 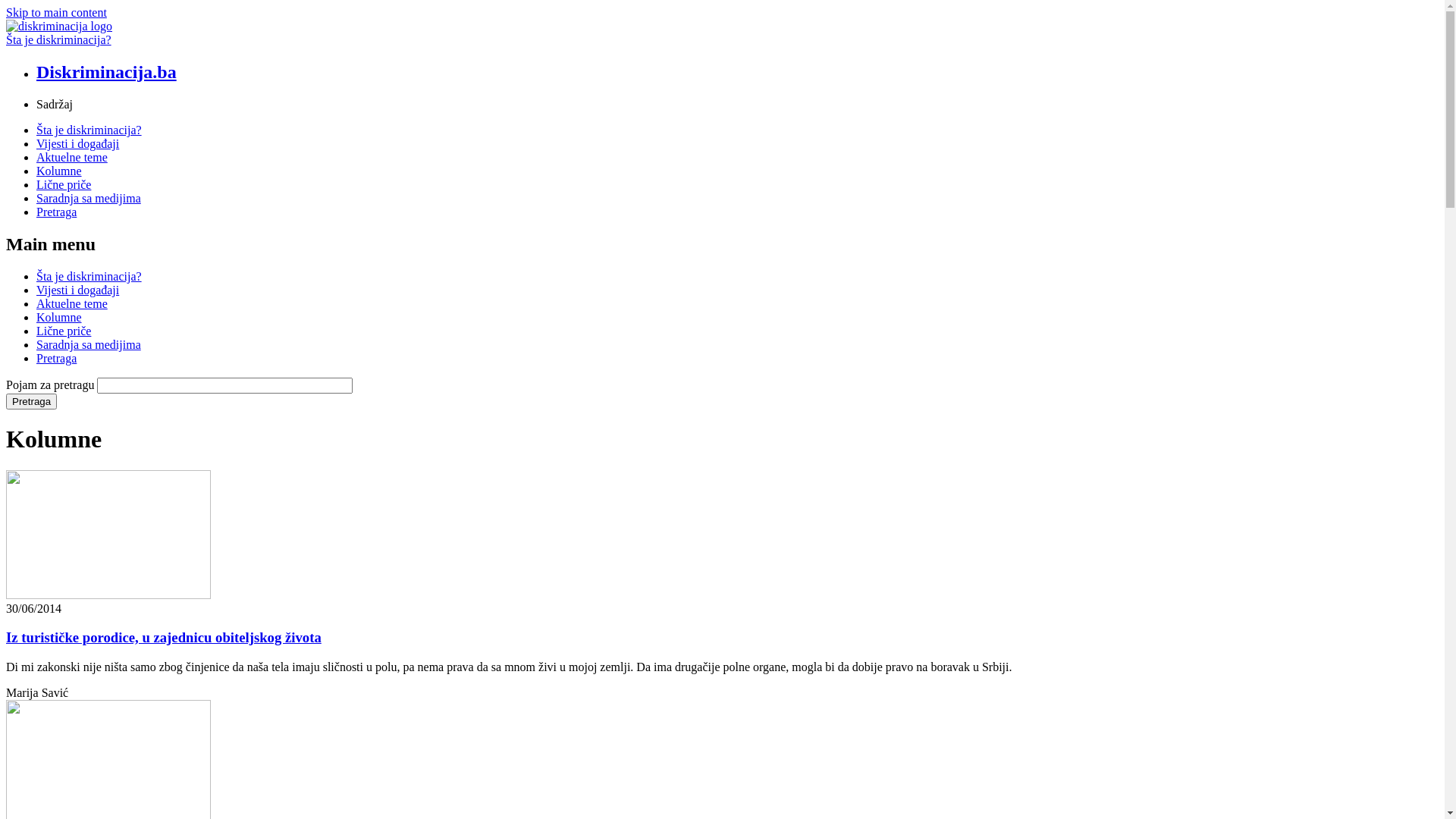 What do you see at coordinates (71, 303) in the screenshot?
I see `'Aktuelne teme'` at bounding box center [71, 303].